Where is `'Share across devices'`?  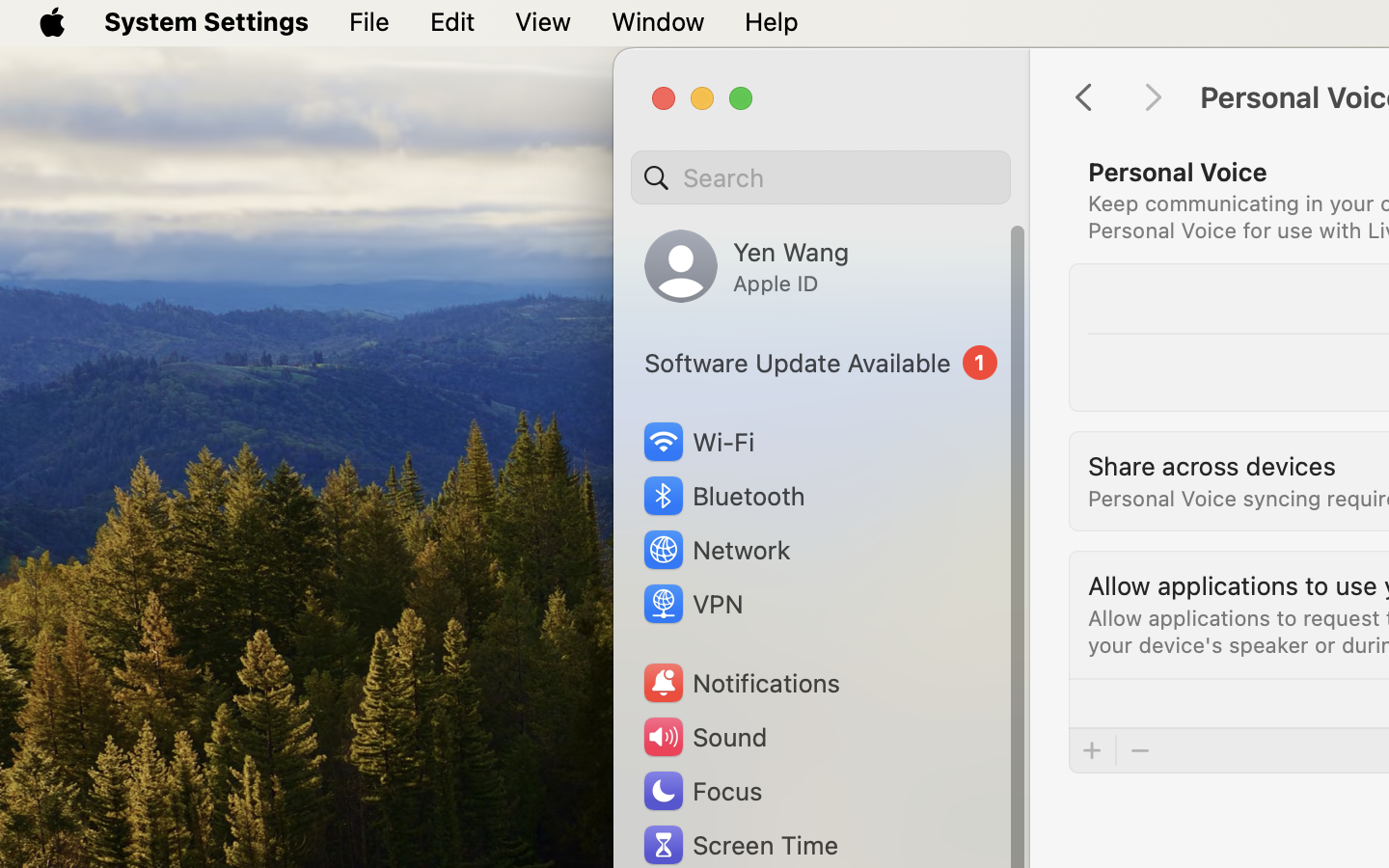
'Share across devices' is located at coordinates (1211, 464).